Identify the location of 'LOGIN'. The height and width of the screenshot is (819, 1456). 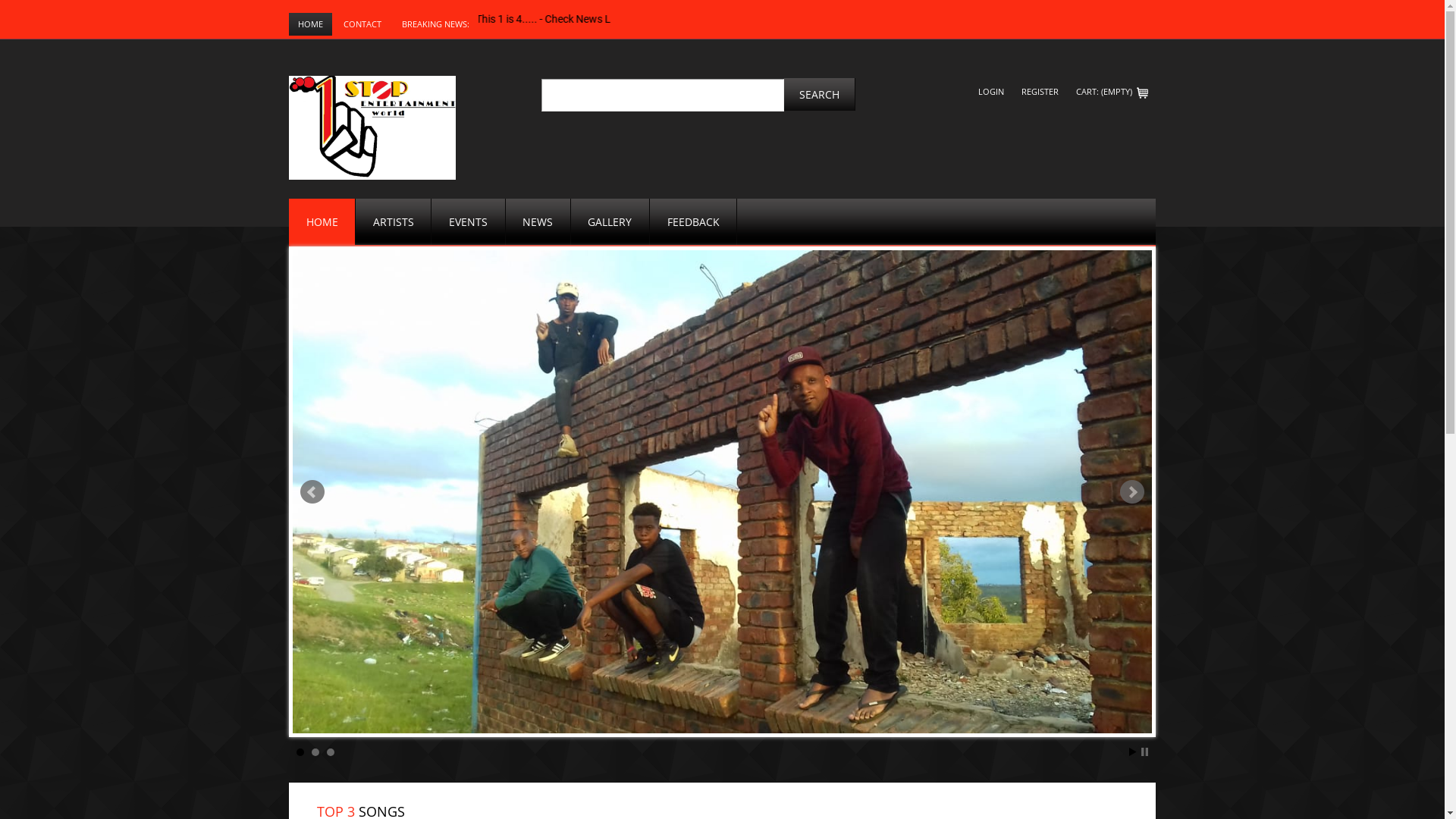
(971, 91).